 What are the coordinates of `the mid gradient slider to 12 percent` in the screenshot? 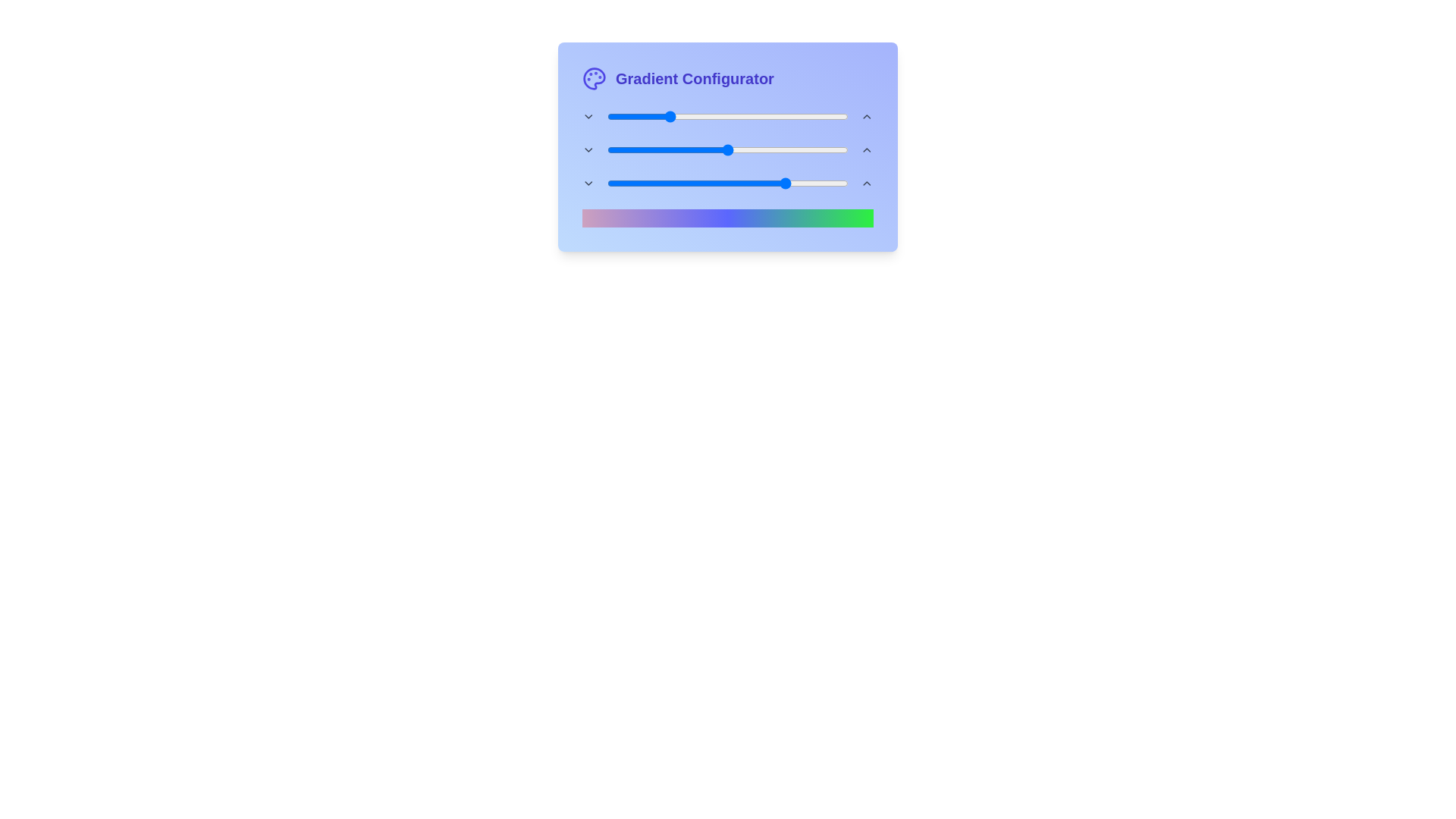 It's located at (635, 149).